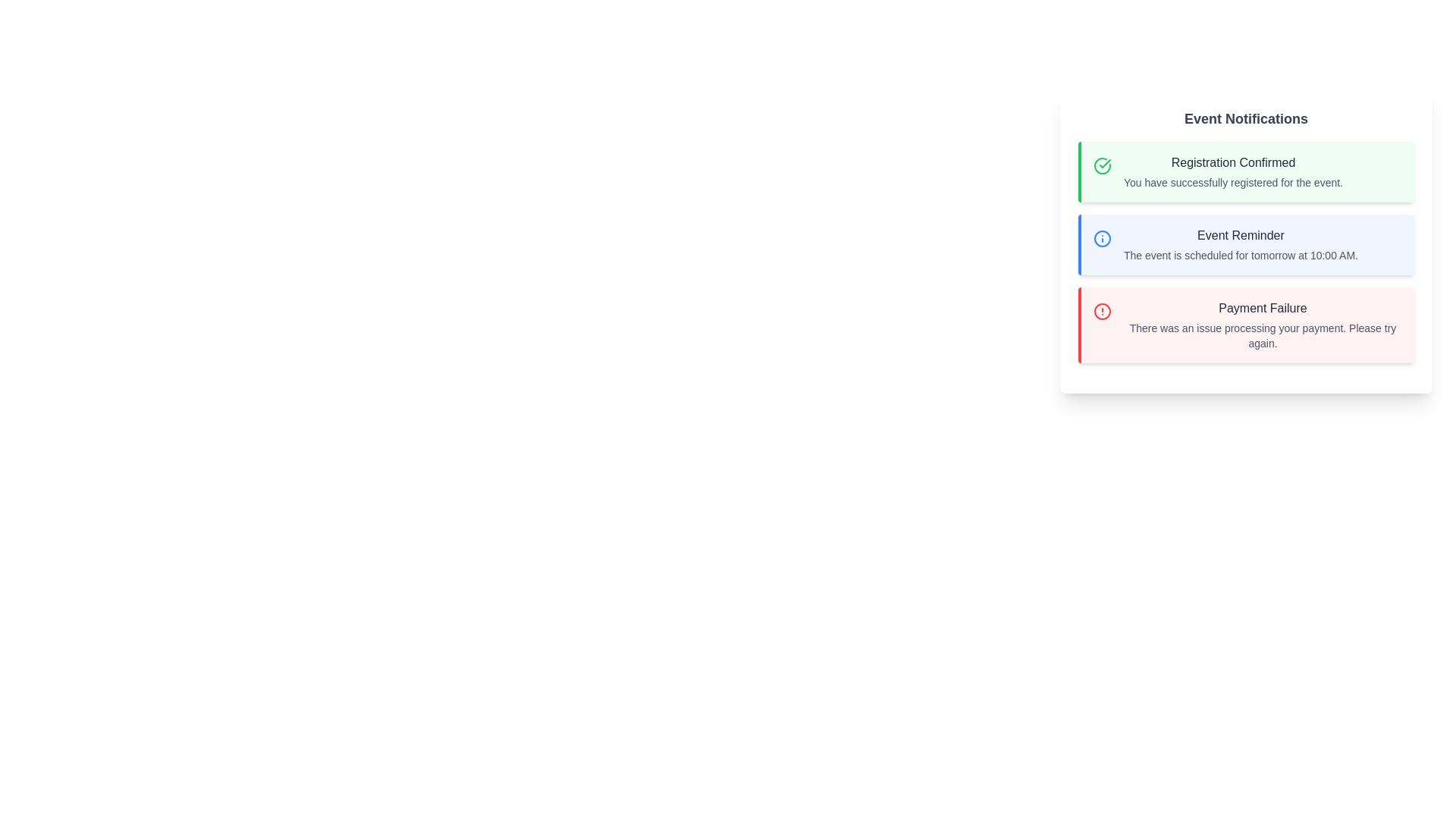 The image size is (1456, 819). What do you see at coordinates (1246, 324) in the screenshot?
I see `the message on the Notification Card that informs users of a payment processing issue, which is the third card in the vertically arranged notifications` at bounding box center [1246, 324].